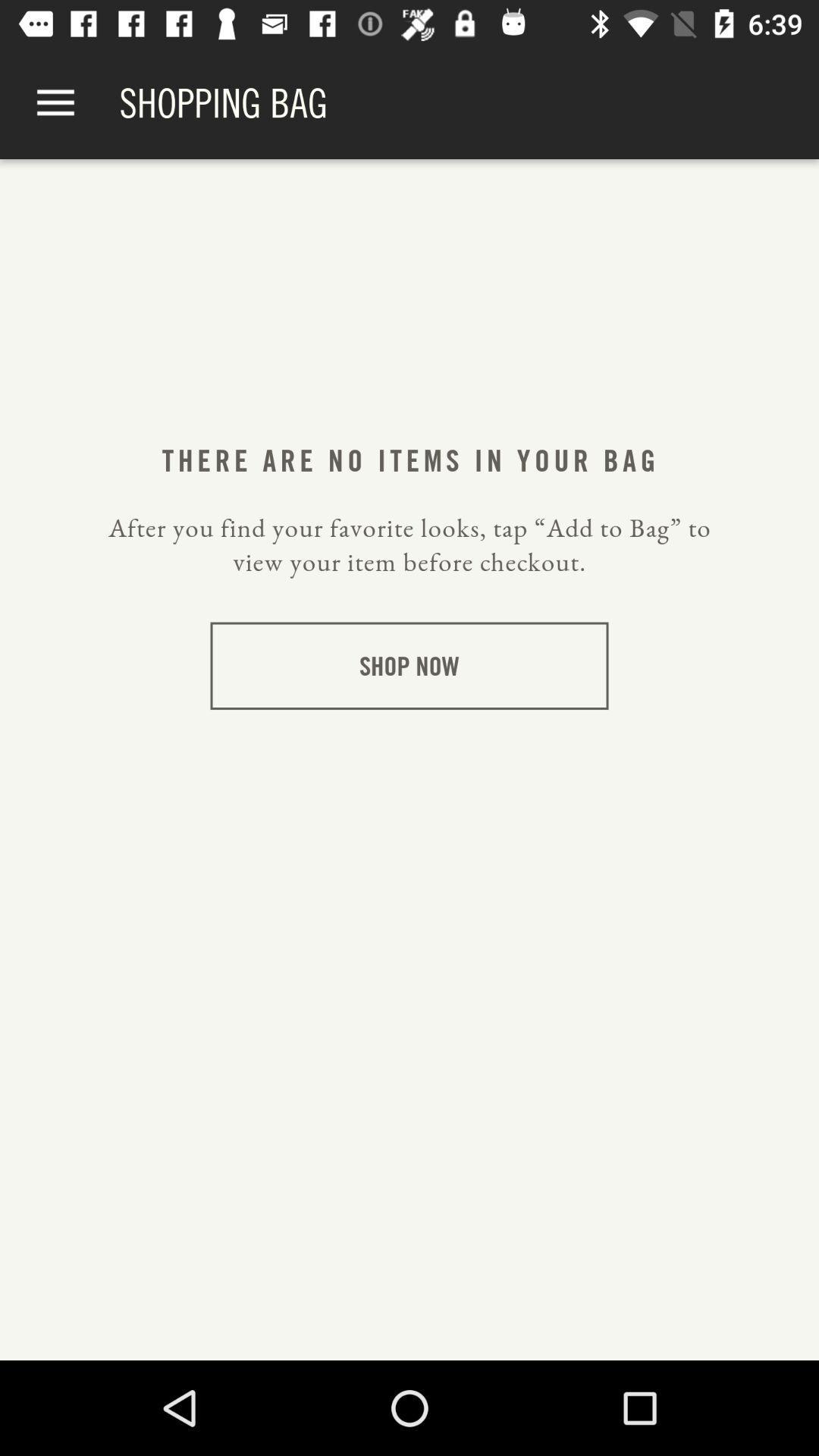 Image resolution: width=819 pixels, height=1456 pixels. What do you see at coordinates (408, 460) in the screenshot?
I see `item above the after you find item` at bounding box center [408, 460].